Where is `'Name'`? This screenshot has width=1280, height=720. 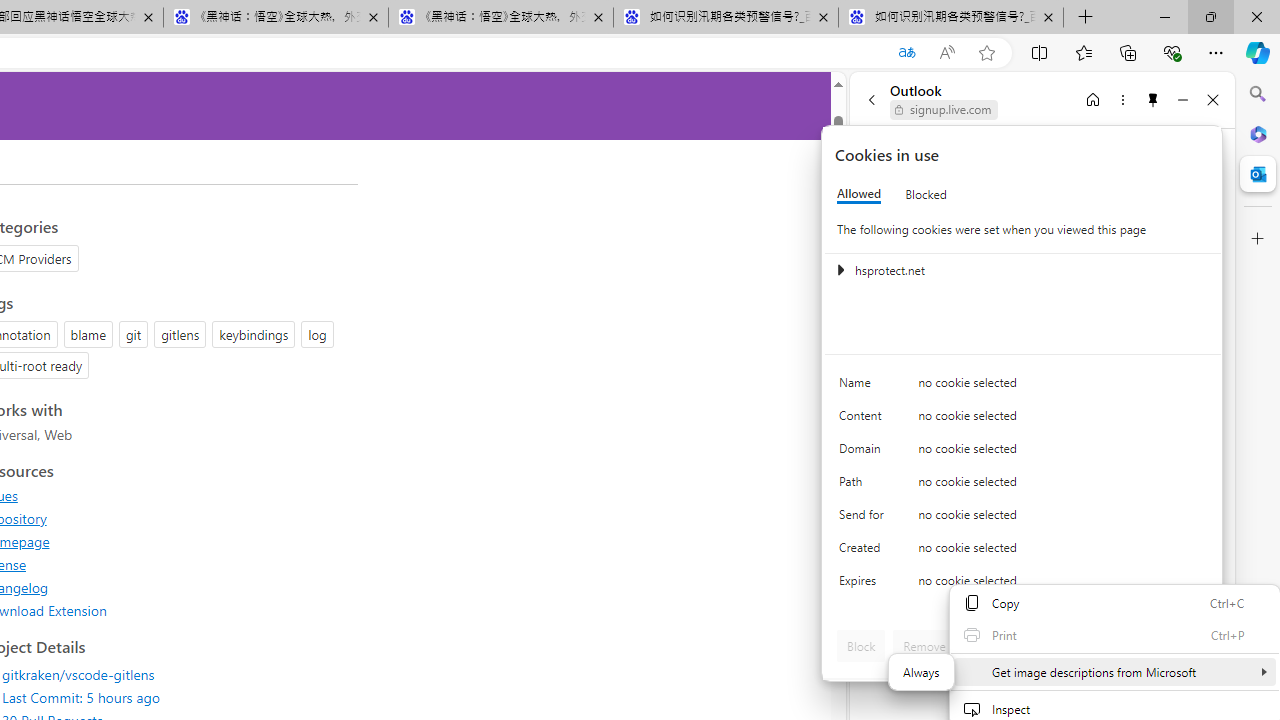
'Name' is located at coordinates (865, 387).